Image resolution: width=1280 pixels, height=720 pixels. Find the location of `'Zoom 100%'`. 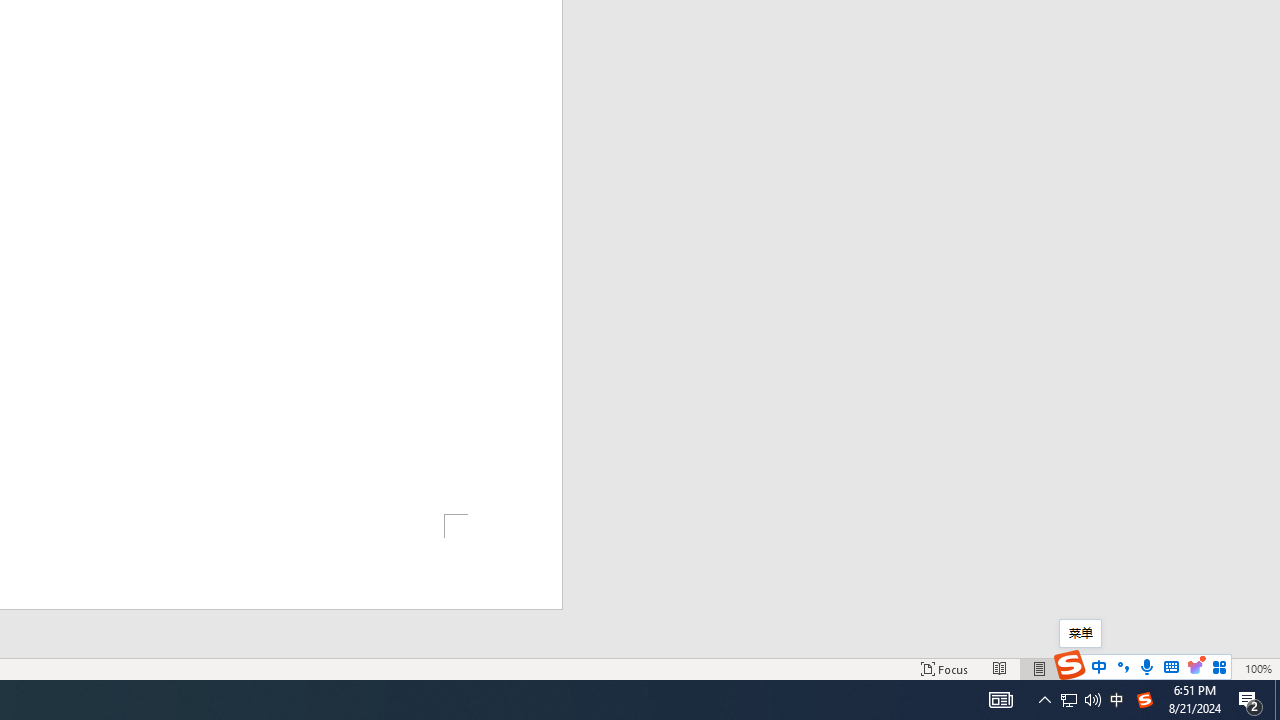

'Zoom 100%' is located at coordinates (1257, 669).